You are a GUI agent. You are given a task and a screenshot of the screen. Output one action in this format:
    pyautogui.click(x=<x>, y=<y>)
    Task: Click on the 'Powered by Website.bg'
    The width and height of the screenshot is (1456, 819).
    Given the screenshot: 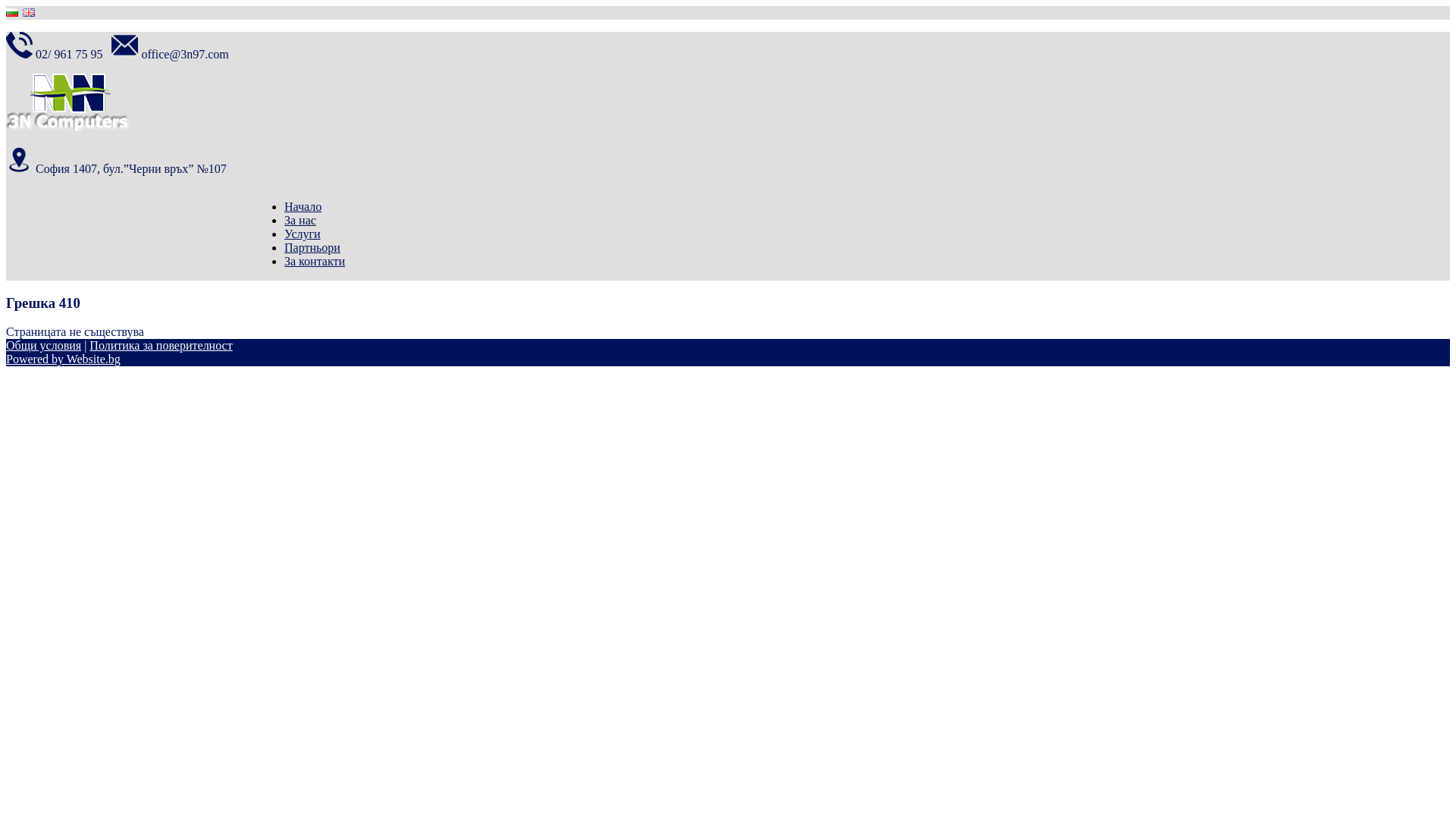 What is the action you would take?
    pyautogui.click(x=62, y=359)
    